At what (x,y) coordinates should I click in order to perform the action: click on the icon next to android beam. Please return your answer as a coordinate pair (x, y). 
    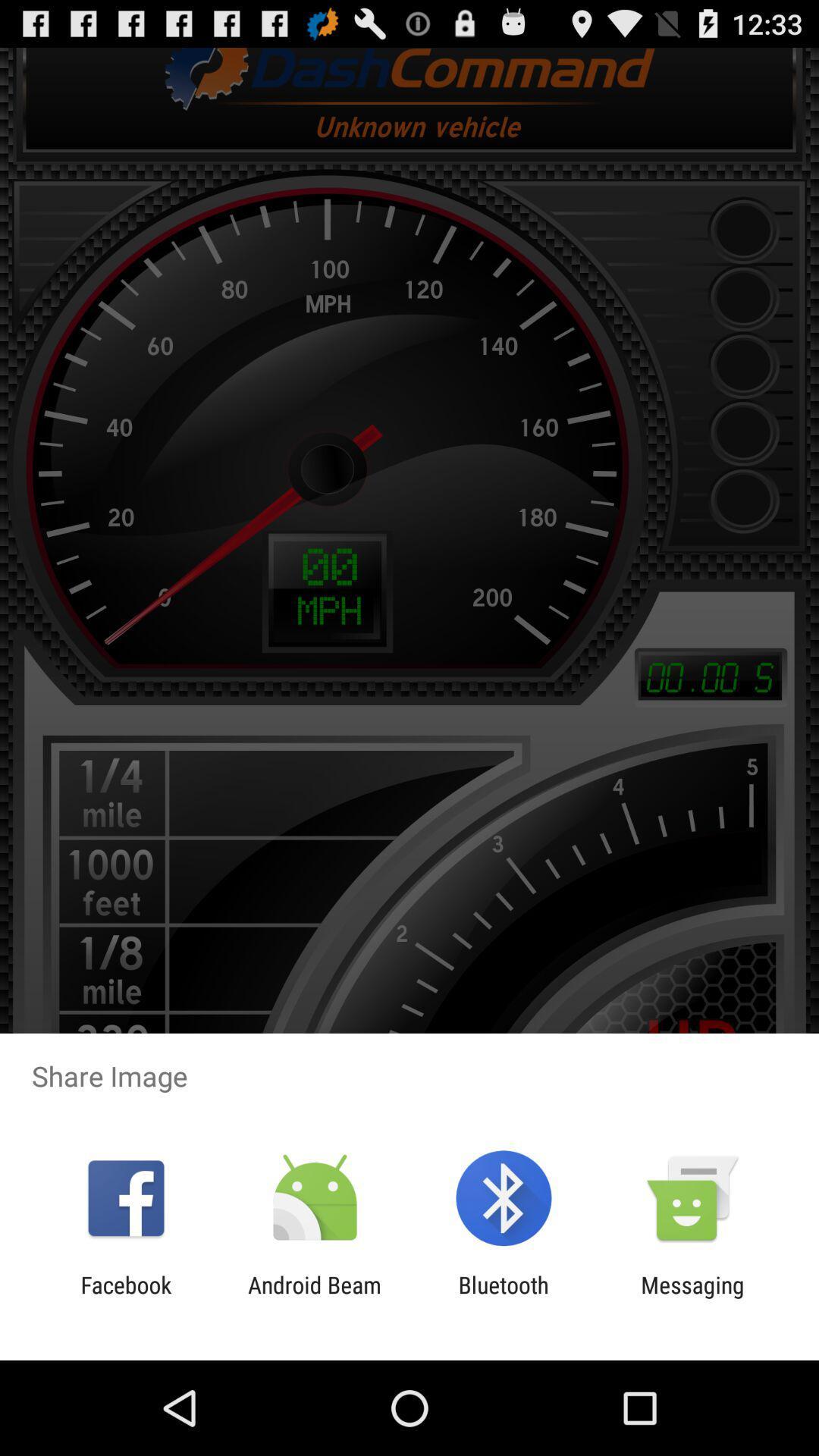
    Looking at the image, I should click on (504, 1298).